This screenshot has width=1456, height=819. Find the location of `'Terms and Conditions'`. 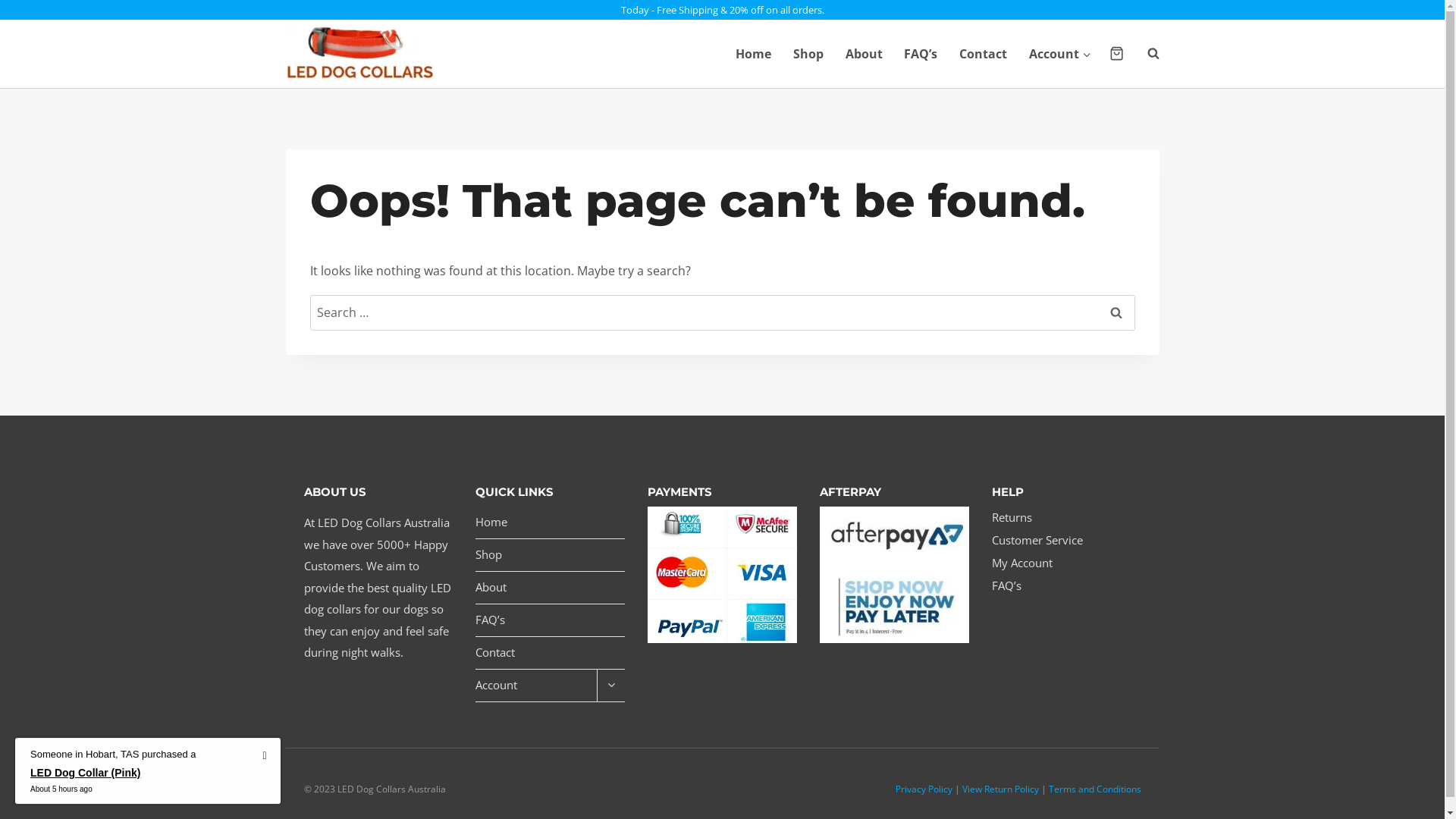

'Terms and Conditions' is located at coordinates (1094, 788).